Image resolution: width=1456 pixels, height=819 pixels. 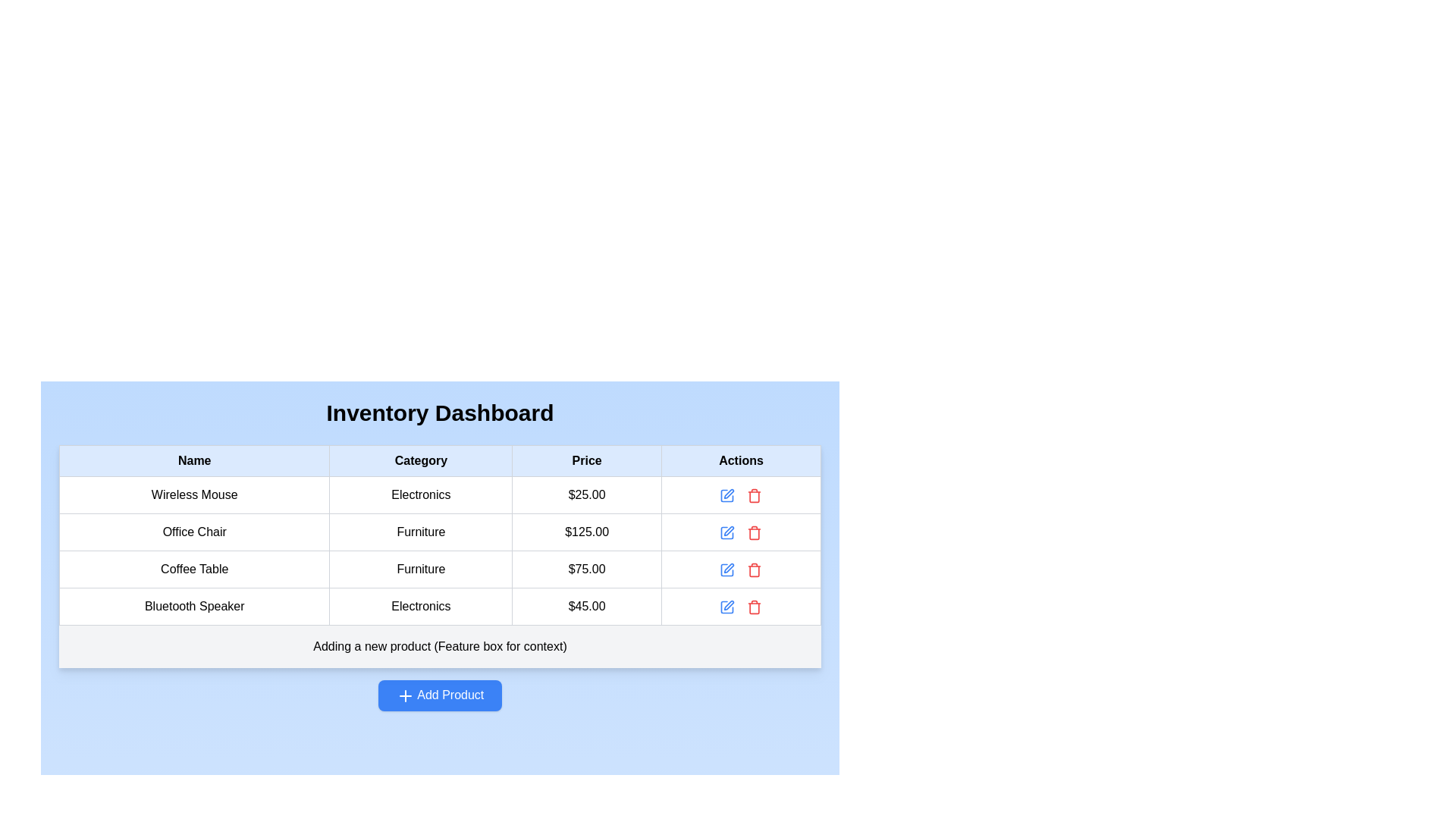 I want to click on the edit icon button in the 'Actions' column for the 'Coffee Table' row to initiate the edit action, so click(x=726, y=570).